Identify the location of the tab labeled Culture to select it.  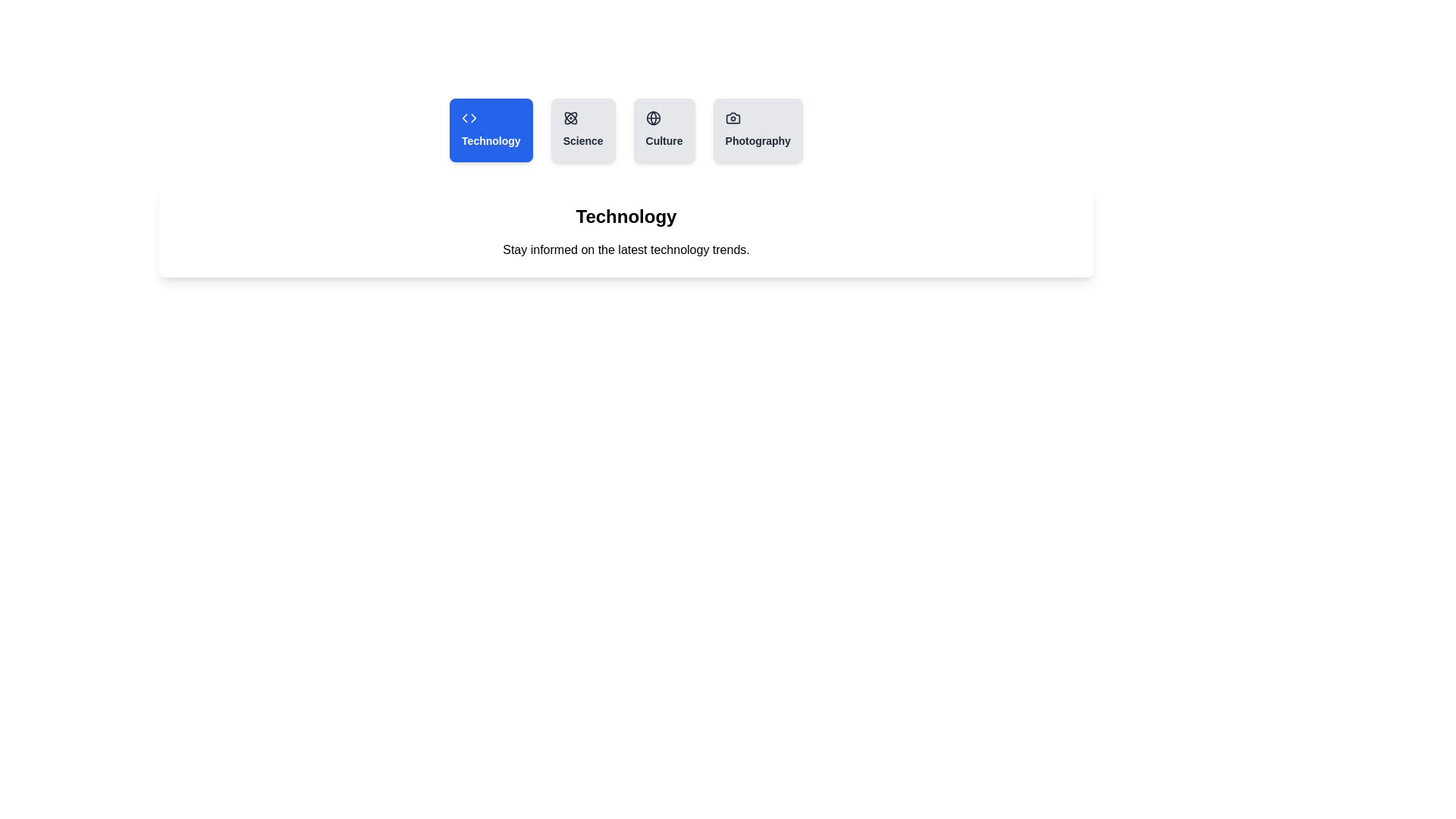
(664, 130).